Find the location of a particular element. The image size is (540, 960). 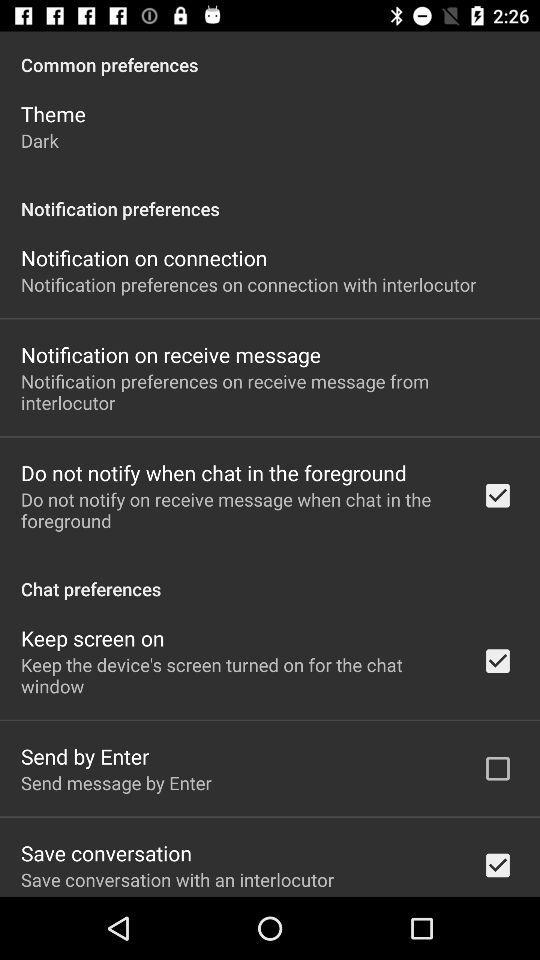

the common preferences app is located at coordinates (270, 53).